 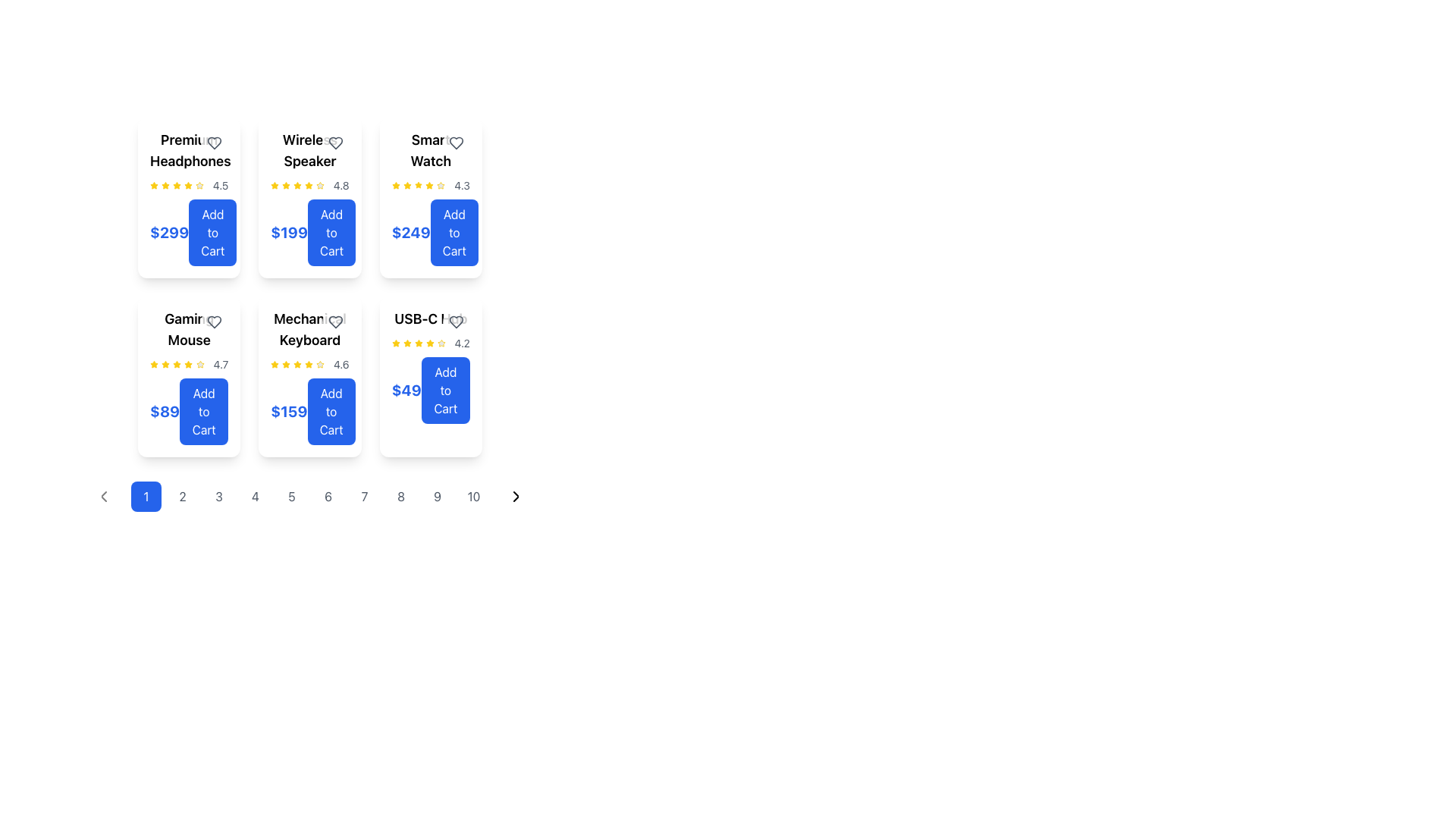 I want to click on the star-shaped icon filled with yellow color and outlined with a darker yellow or orange border, which is part of the rating section for the product labeled 'Premium Headphones' in the top-left card of the product grid, so click(x=187, y=184).